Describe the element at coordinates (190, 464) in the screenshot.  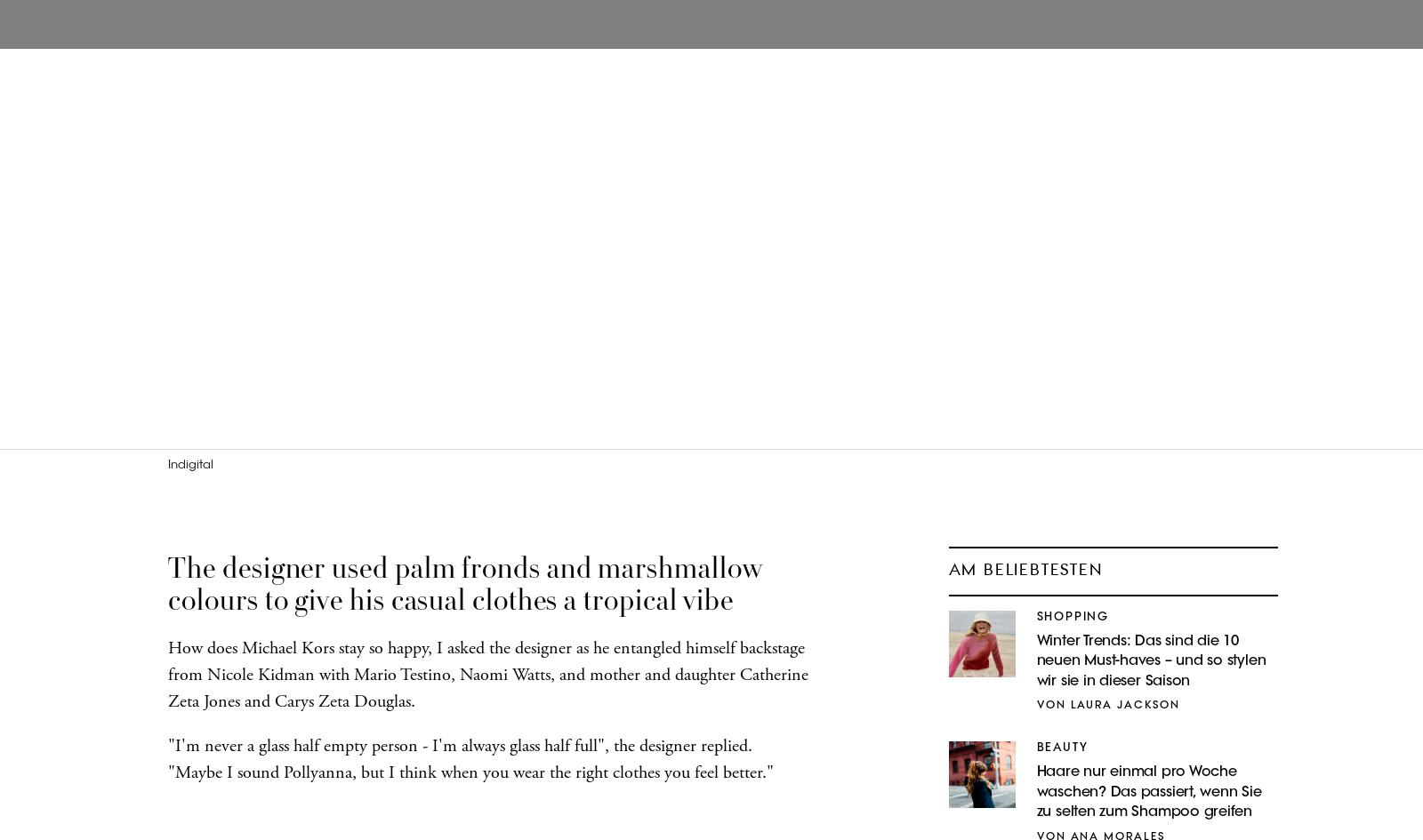
I see `'Indigital'` at that location.